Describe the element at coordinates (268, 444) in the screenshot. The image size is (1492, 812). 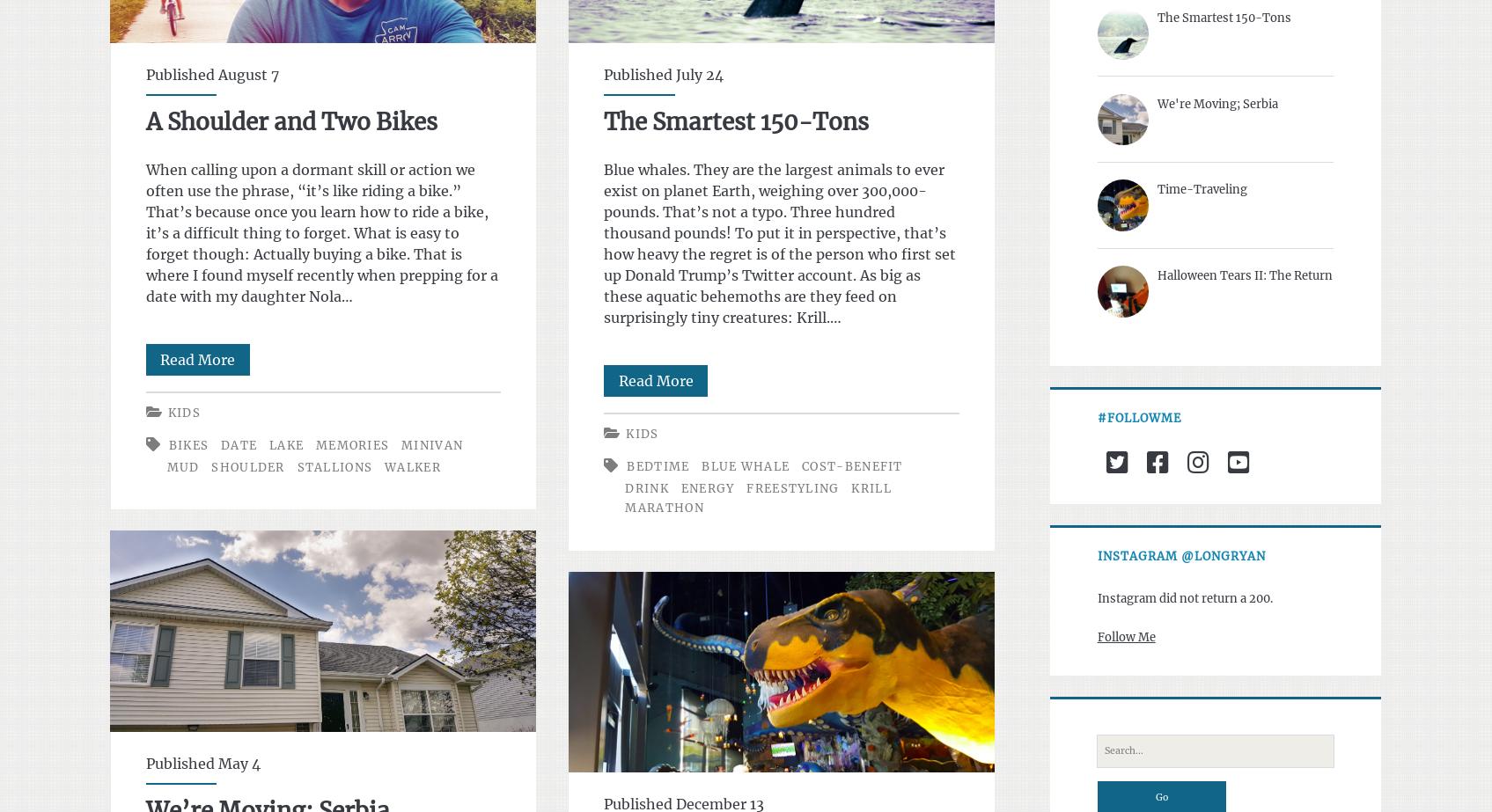
I see `'lake'` at that location.